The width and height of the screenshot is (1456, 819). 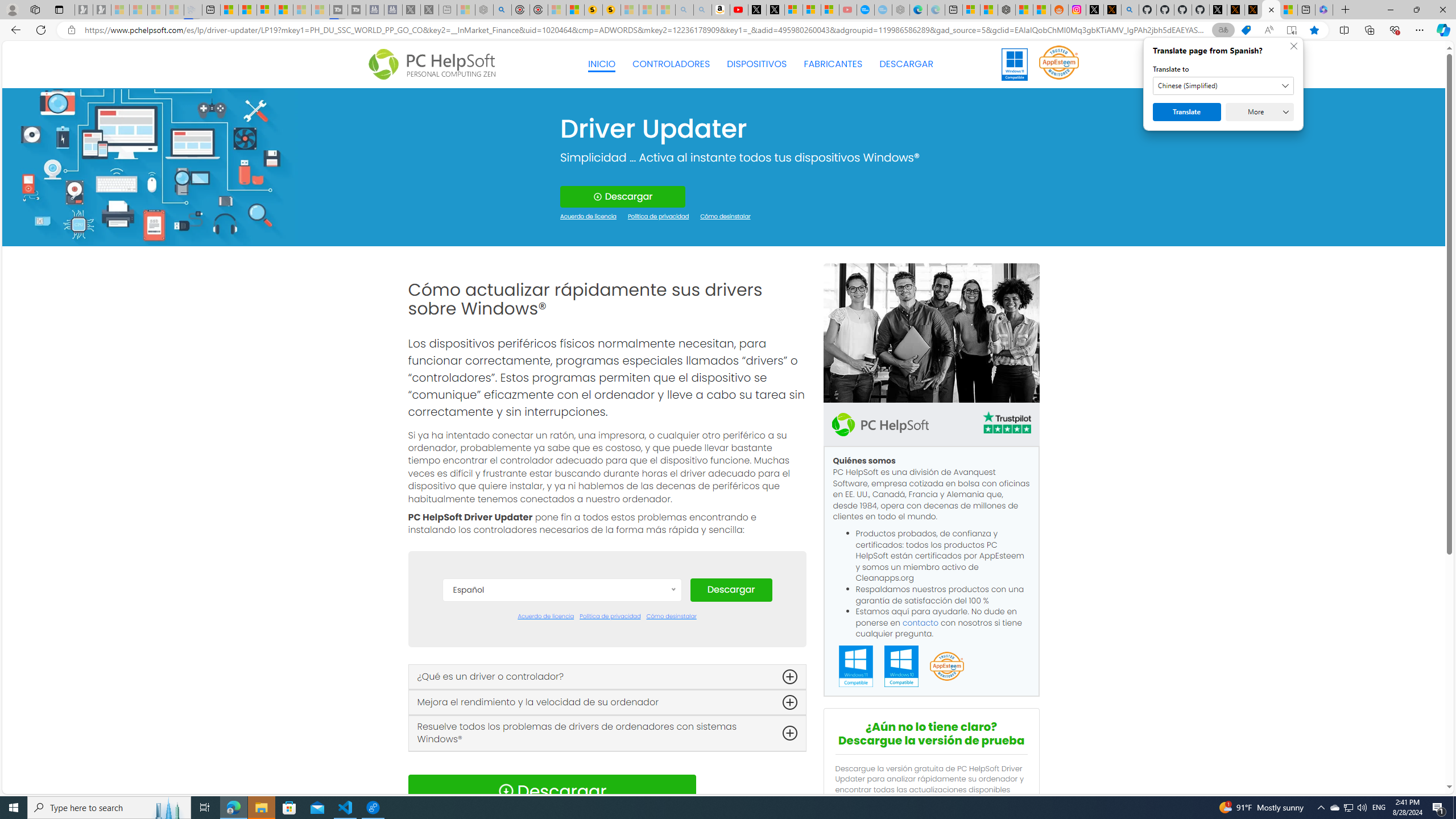 What do you see at coordinates (1006, 424) in the screenshot?
I see `'TrustPilot'` at bounding box center [1006, 424].